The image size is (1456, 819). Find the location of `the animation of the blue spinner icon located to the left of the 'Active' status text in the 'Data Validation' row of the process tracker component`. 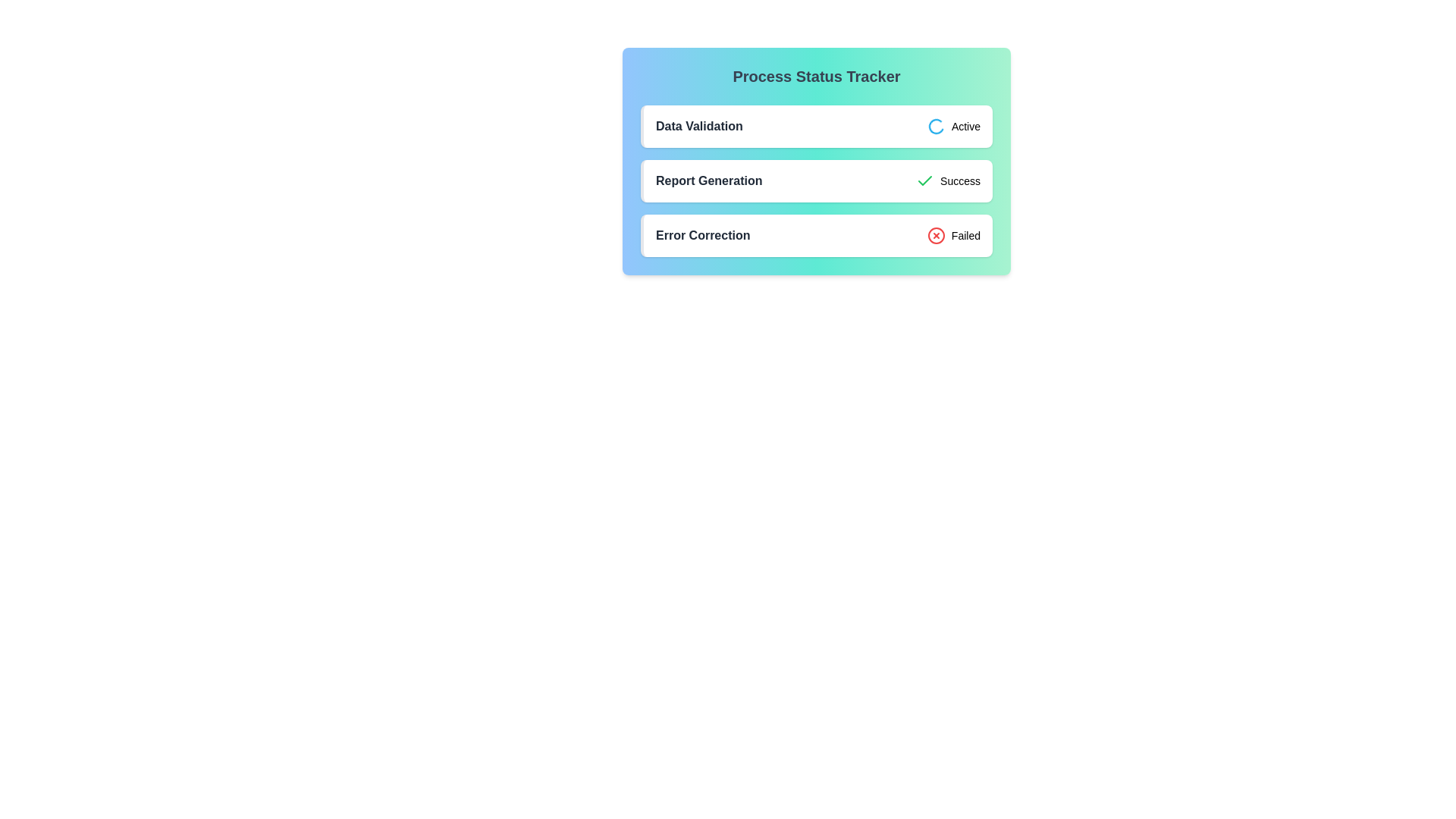

the animation of the blue spinner icon located to the left of the 'Active' status text in the 'Data Validation' row of the process tracker component is located at coordinates (935, 125).